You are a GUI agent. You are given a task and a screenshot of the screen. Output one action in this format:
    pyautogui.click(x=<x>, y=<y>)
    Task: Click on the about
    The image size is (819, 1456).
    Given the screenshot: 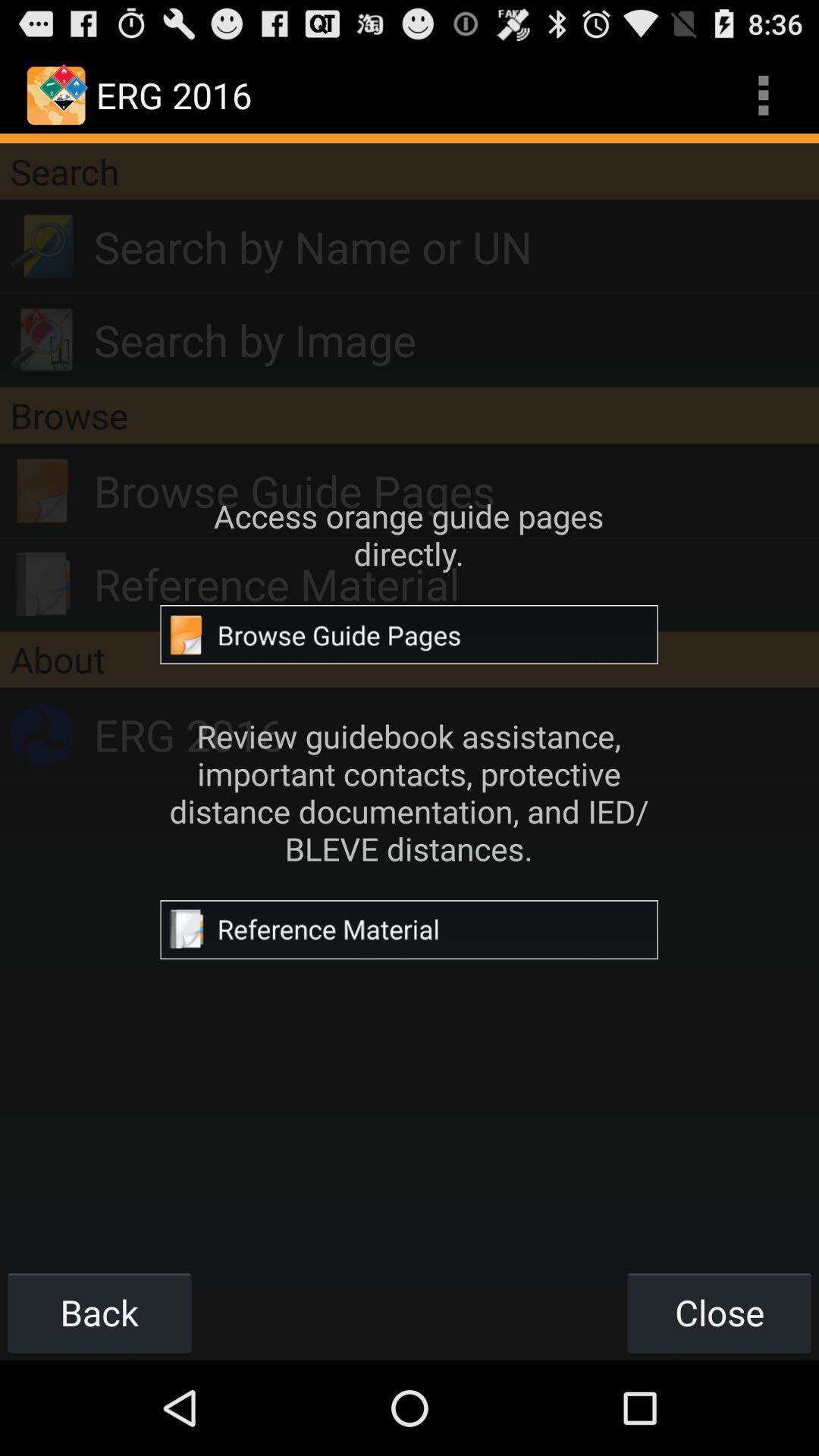 What is the action you would take?
    pyautogui.click(x=409, y=659)
    